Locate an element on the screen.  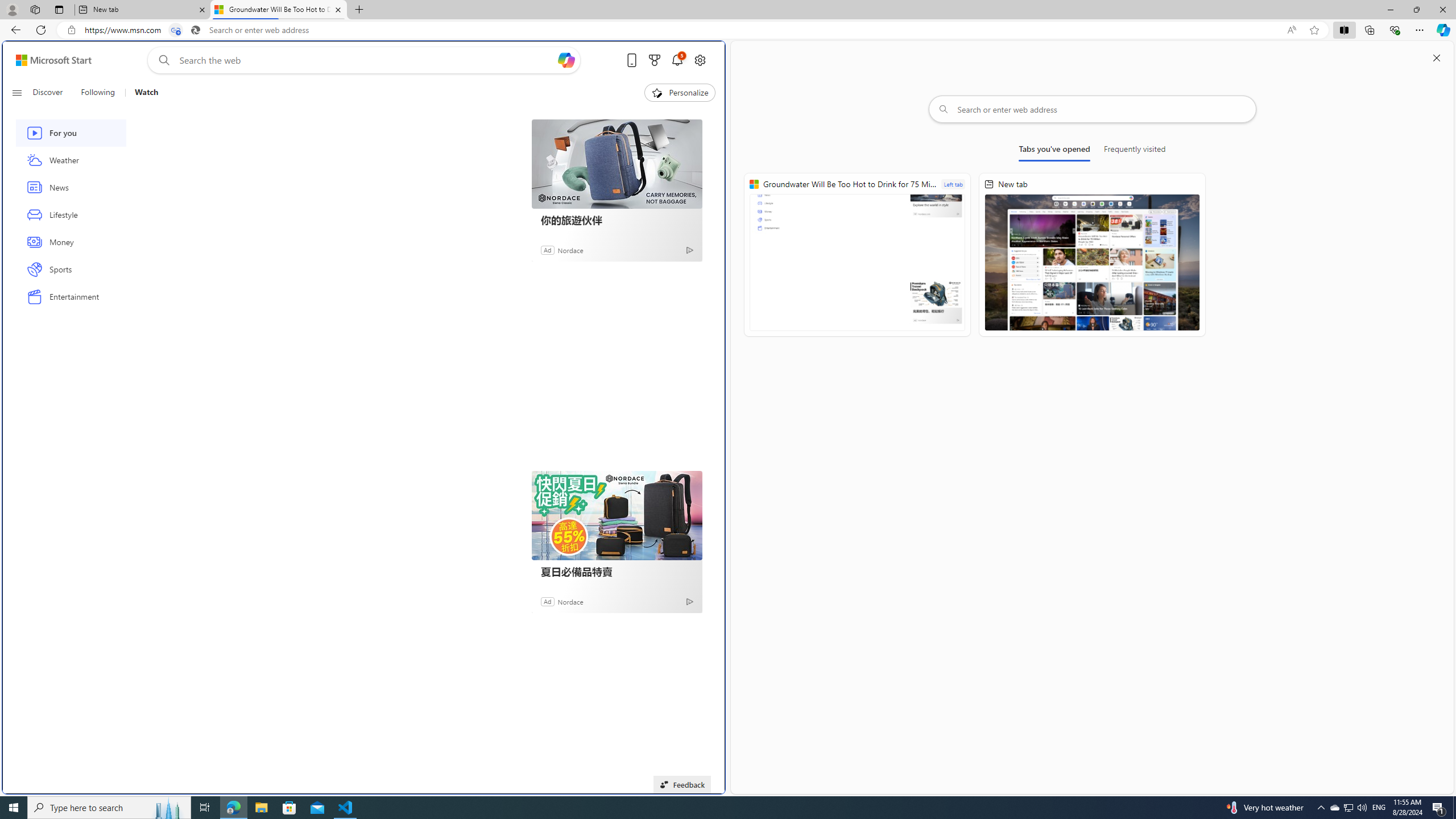
'Nordace' is located at coordinates (570, 601).